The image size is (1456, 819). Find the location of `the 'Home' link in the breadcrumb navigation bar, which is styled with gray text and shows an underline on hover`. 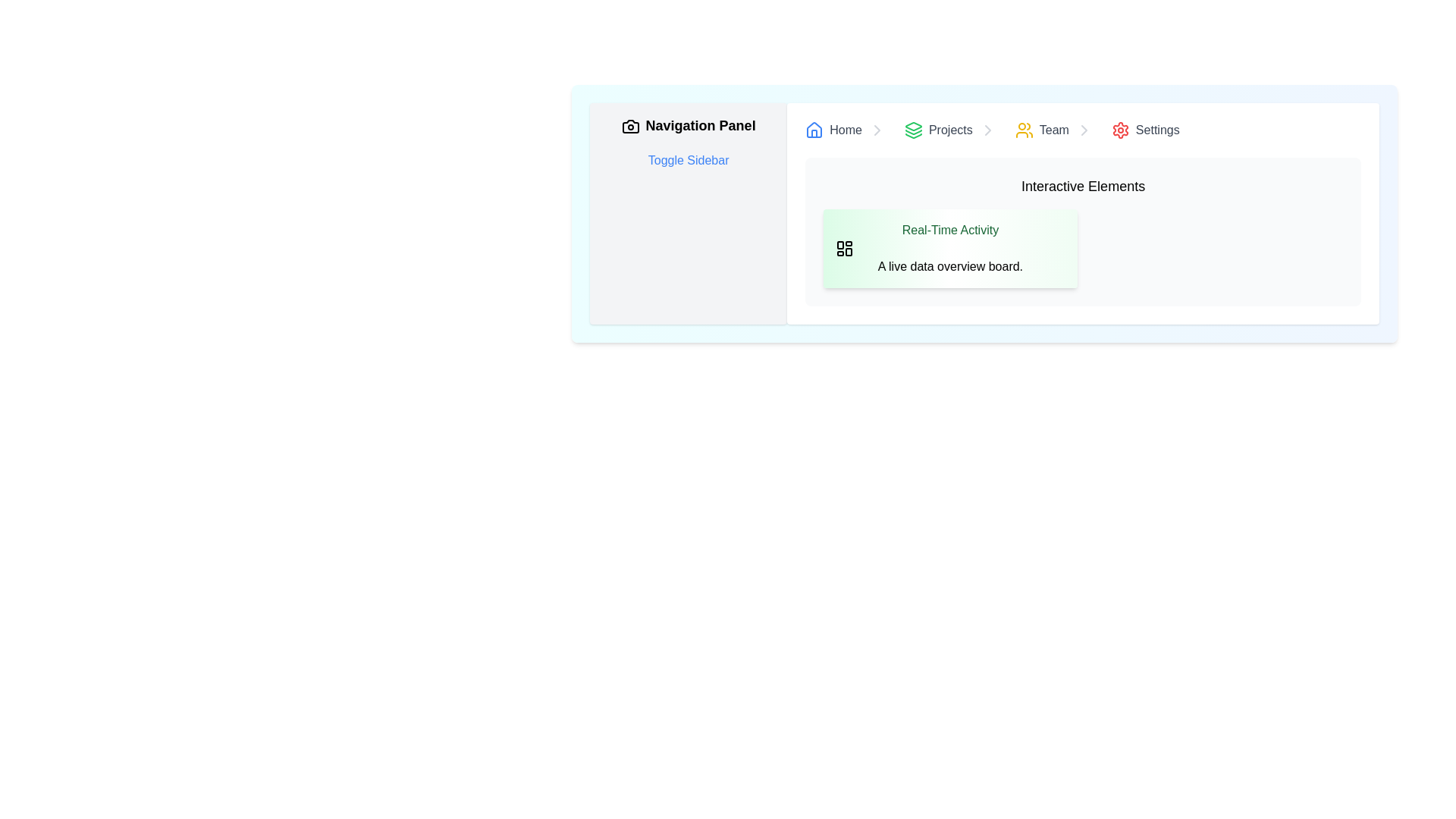

the 'Home' link in the breadcrumb navigation bar, which is styled with gray text and shows an underline on hover is located at coordinates (833, 130).